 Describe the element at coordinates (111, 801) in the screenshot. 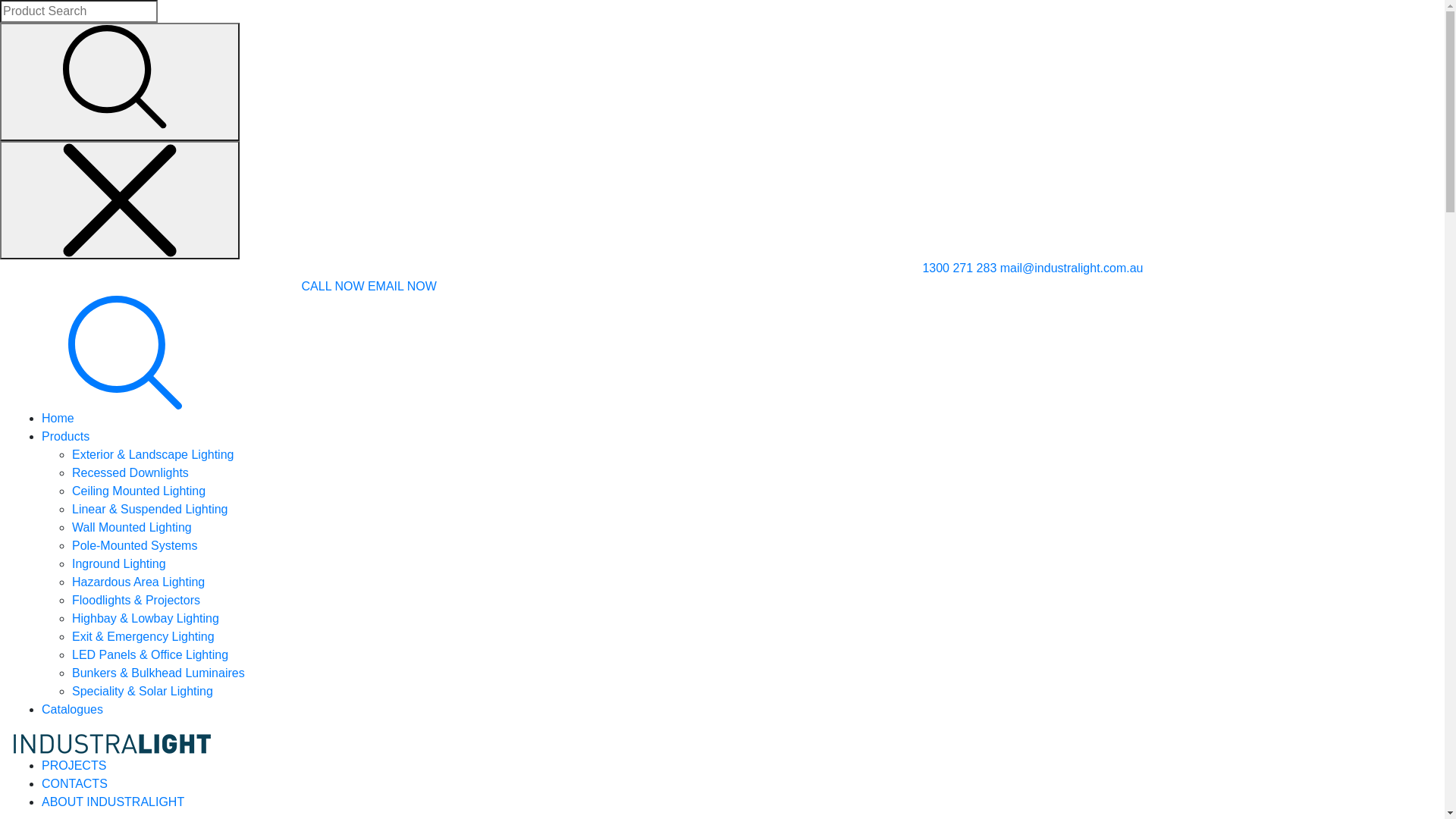

I see `'ABOUT INDUSTRALIGHT'` at that location.